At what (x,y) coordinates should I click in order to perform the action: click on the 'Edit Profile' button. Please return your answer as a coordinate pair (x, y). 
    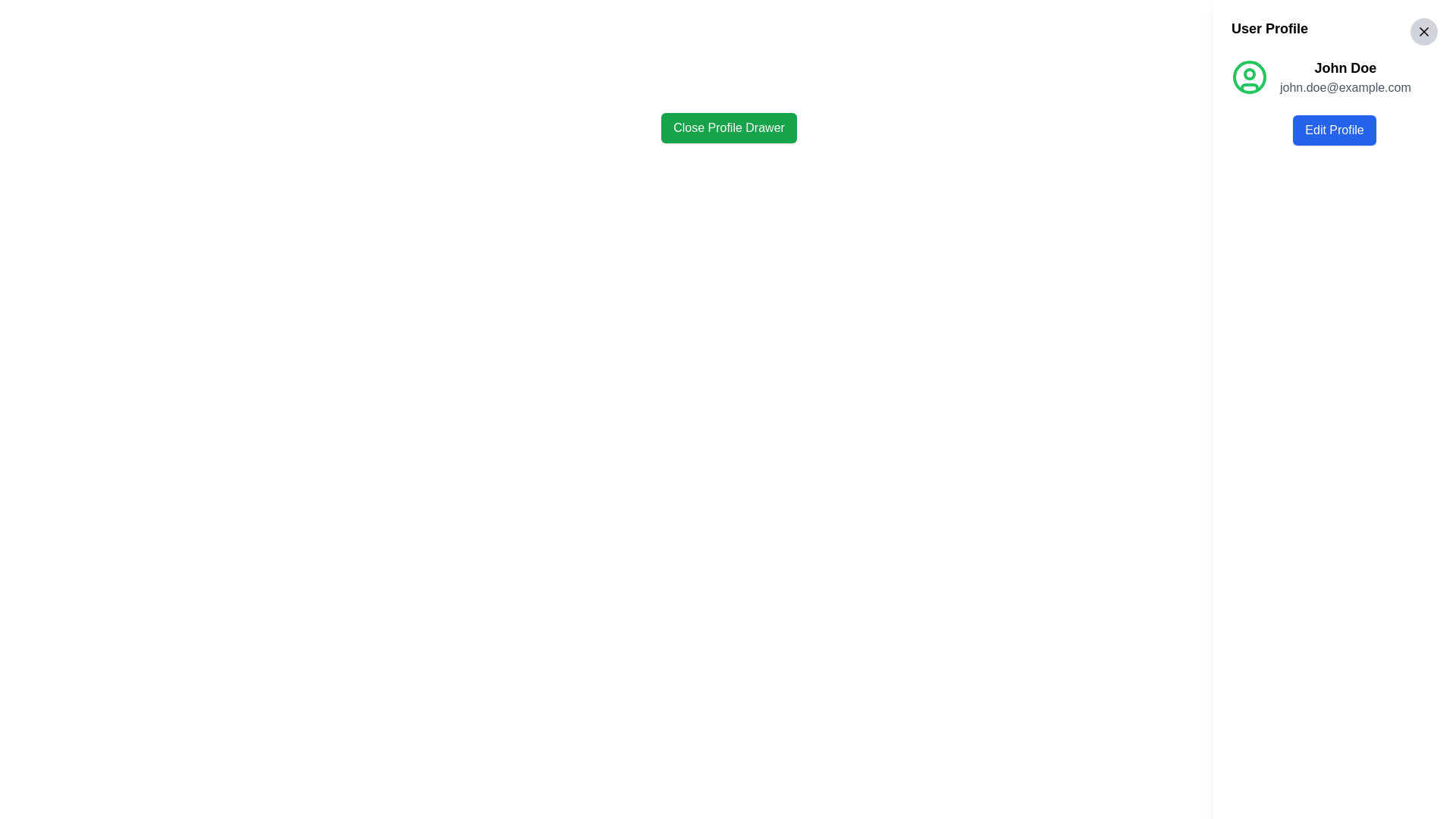
    Looking at the image, I should click on (1335, 130).